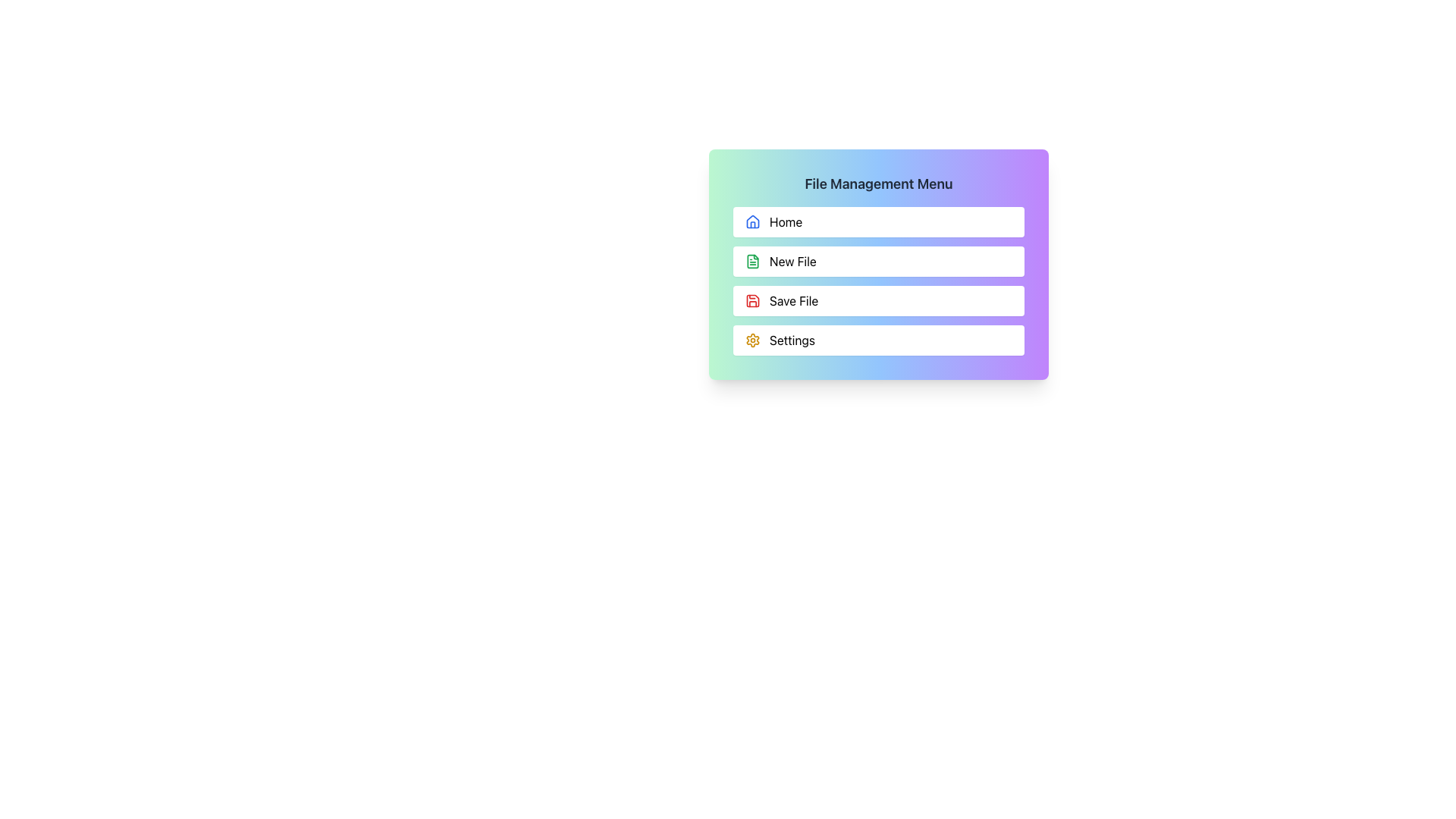  I want to click on the settings button, which is the fourth item in the vertical menu, so click(878, 339).